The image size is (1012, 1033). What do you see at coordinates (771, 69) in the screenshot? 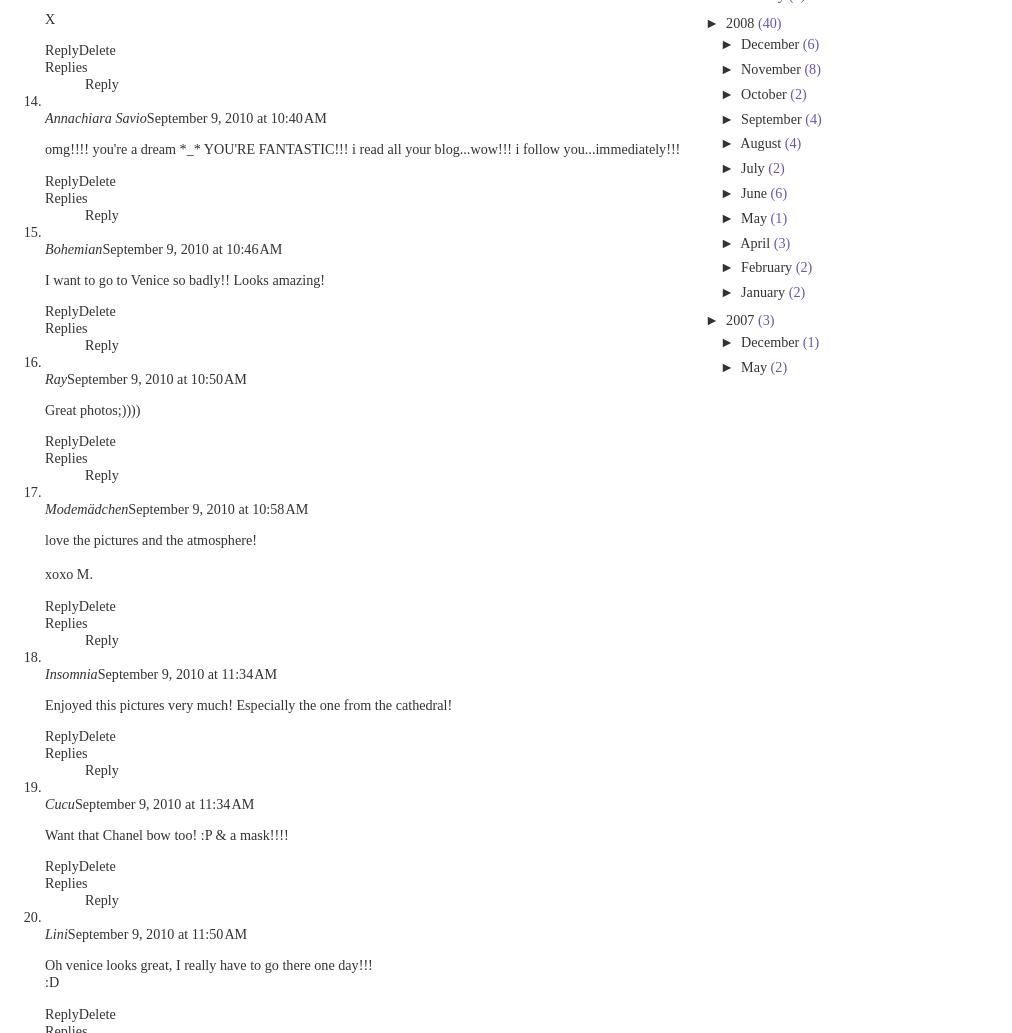
I see `'November'` at bounding box center [771, 69].